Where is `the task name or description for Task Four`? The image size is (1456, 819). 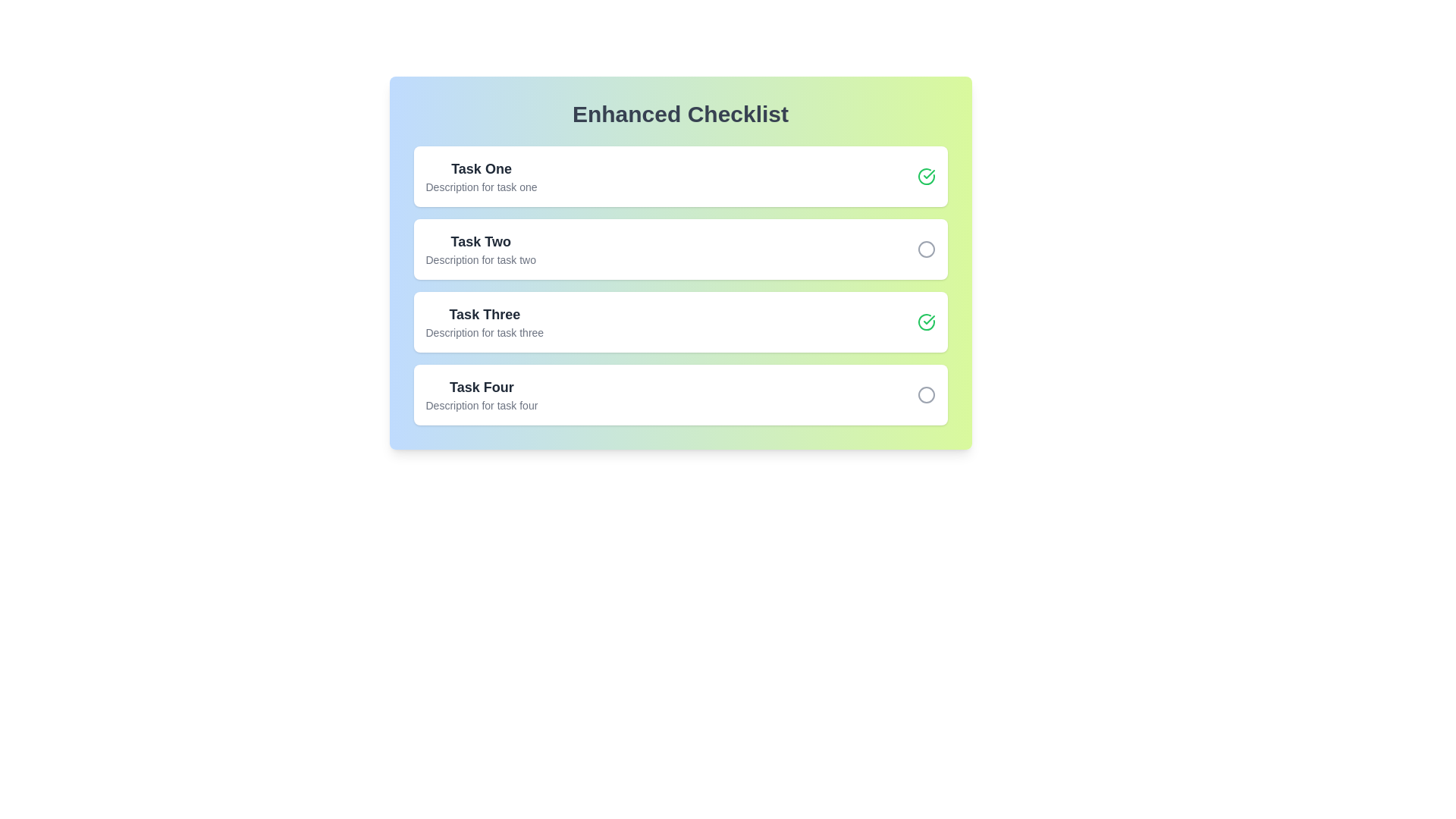
the task name or description for Task Four is located at coordinates (480, 386).